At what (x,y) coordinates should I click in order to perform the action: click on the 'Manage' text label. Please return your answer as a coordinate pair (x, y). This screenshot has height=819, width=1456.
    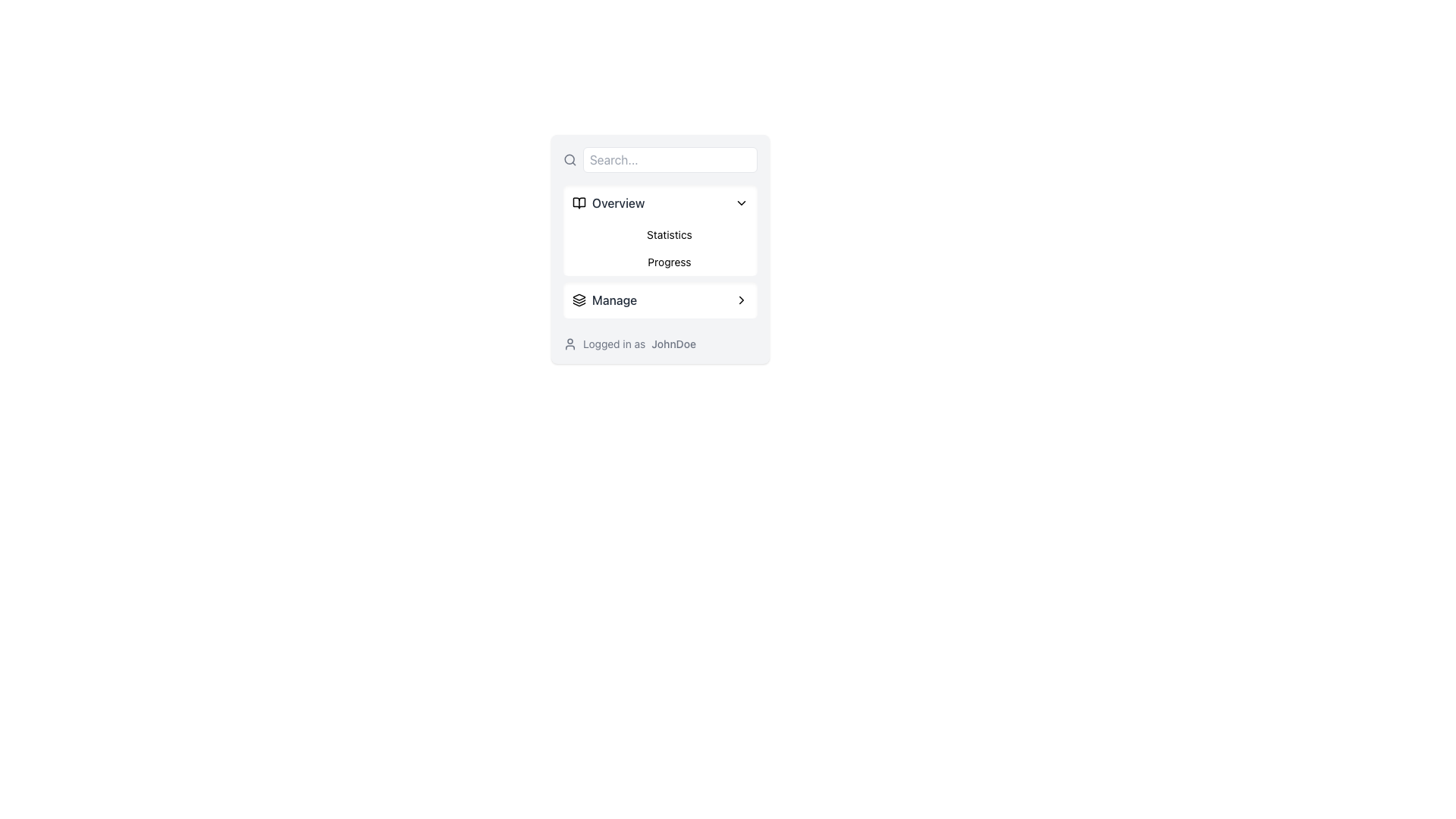
    Looking at the image, I should click on (614, 300).